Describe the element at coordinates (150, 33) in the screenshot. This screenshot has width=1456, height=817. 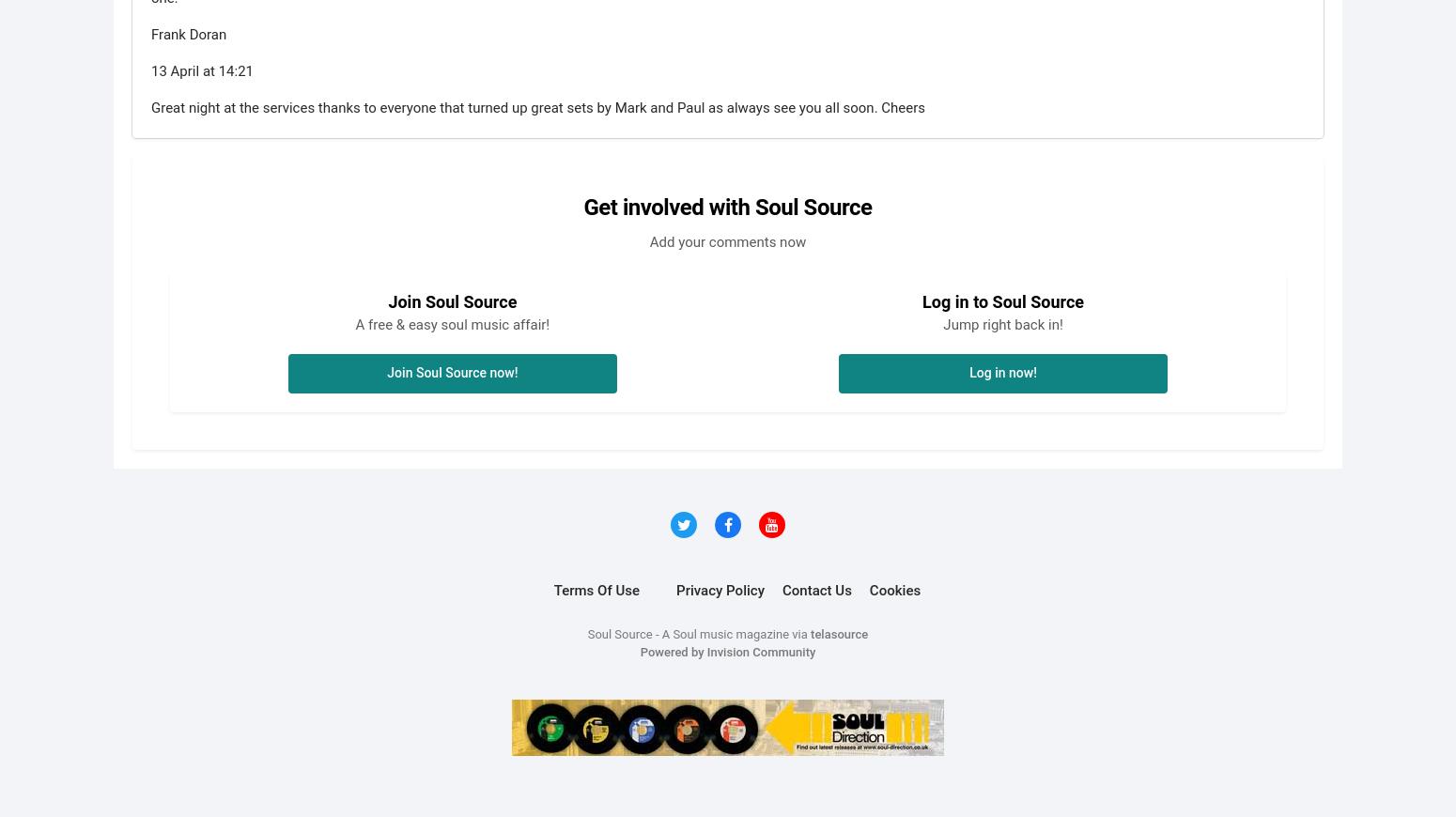
I see `'Frank Doran'` at that location.